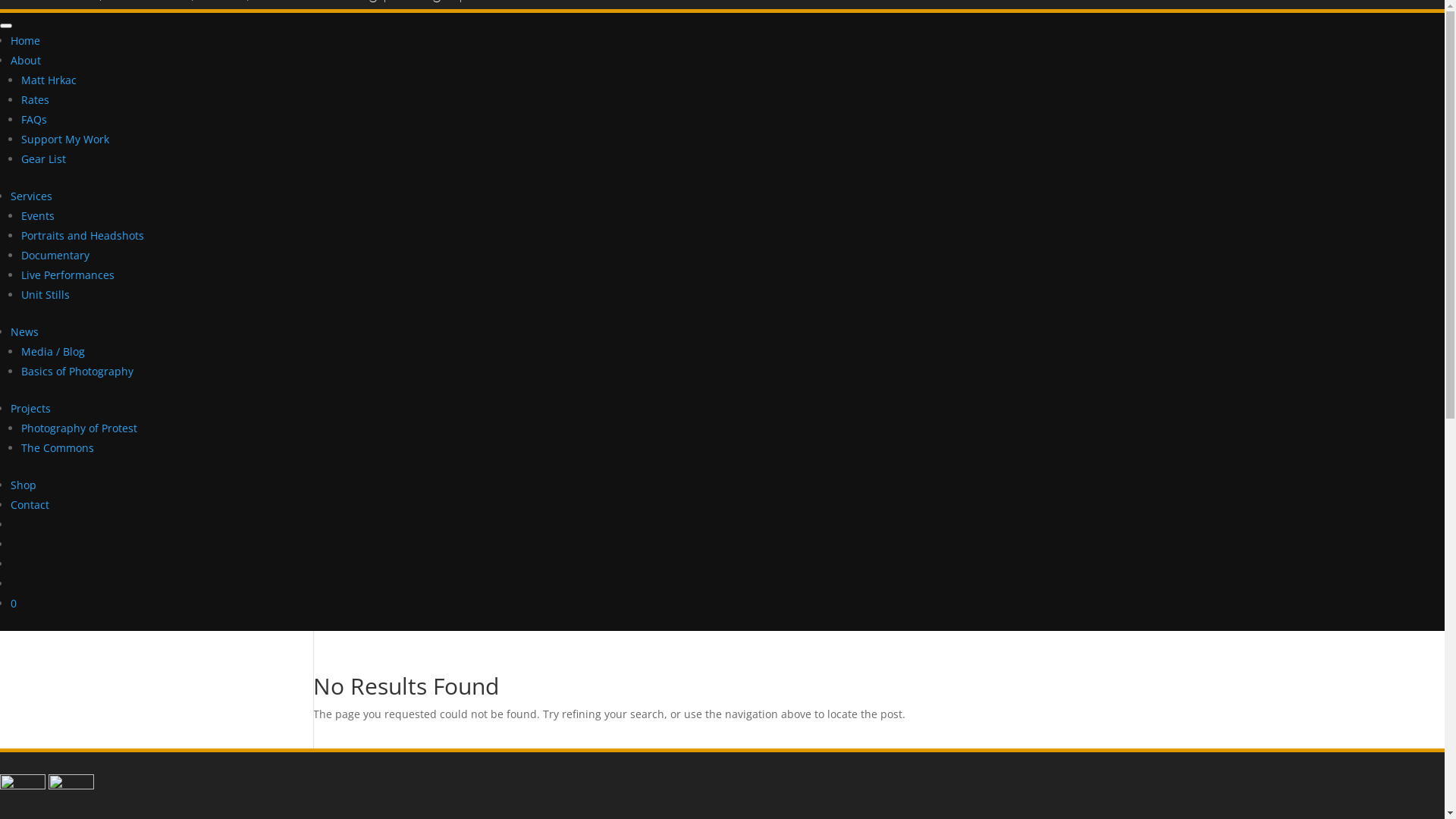 The width and height of the screenshot is (1456, 819). What do you see at coordinates (33, 118) in the screenshot?
I see `'FAQs'` at bounding box center [33, 118].